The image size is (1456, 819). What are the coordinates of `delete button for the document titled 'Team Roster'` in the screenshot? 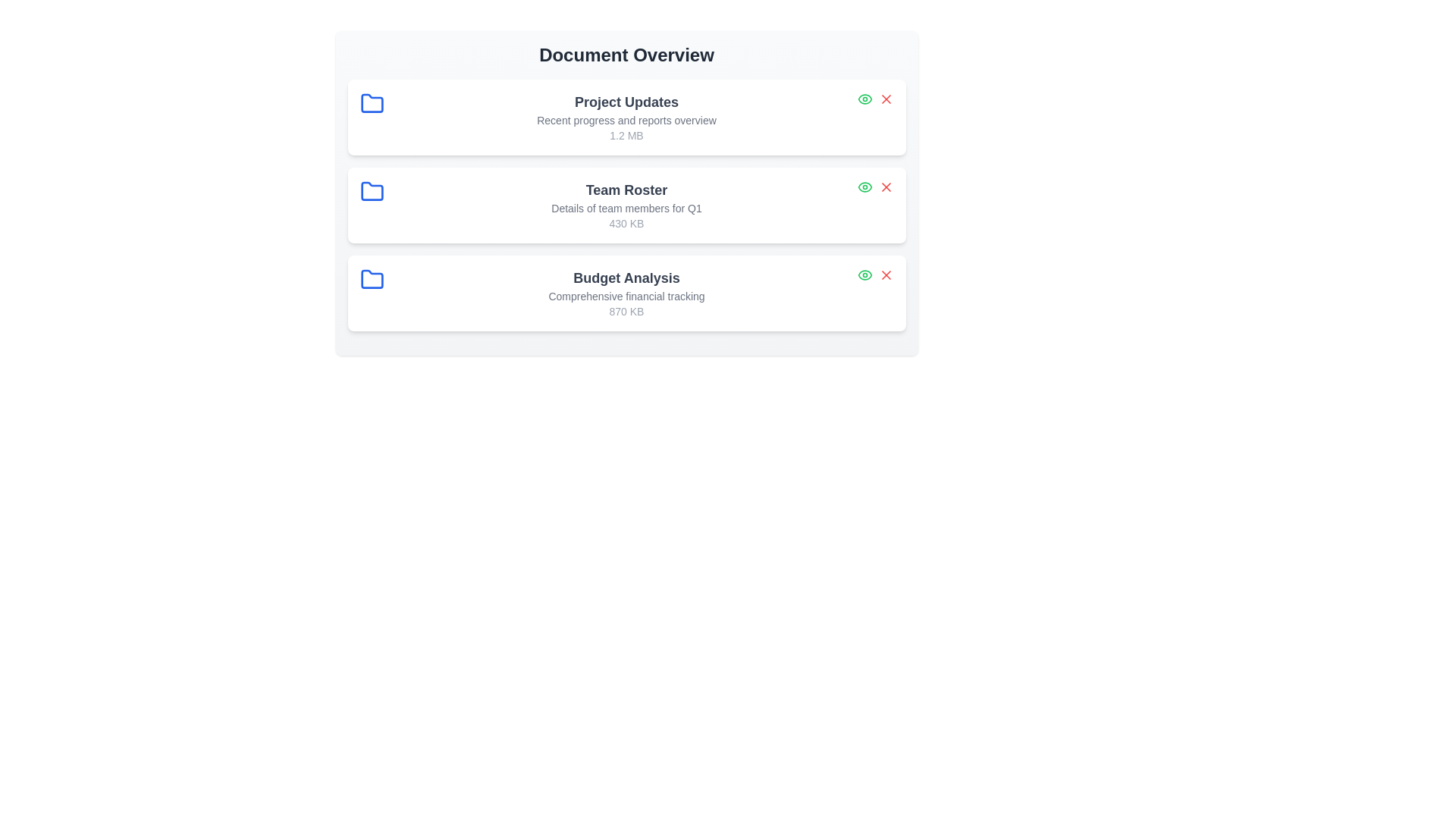 It's located at (886, 186).